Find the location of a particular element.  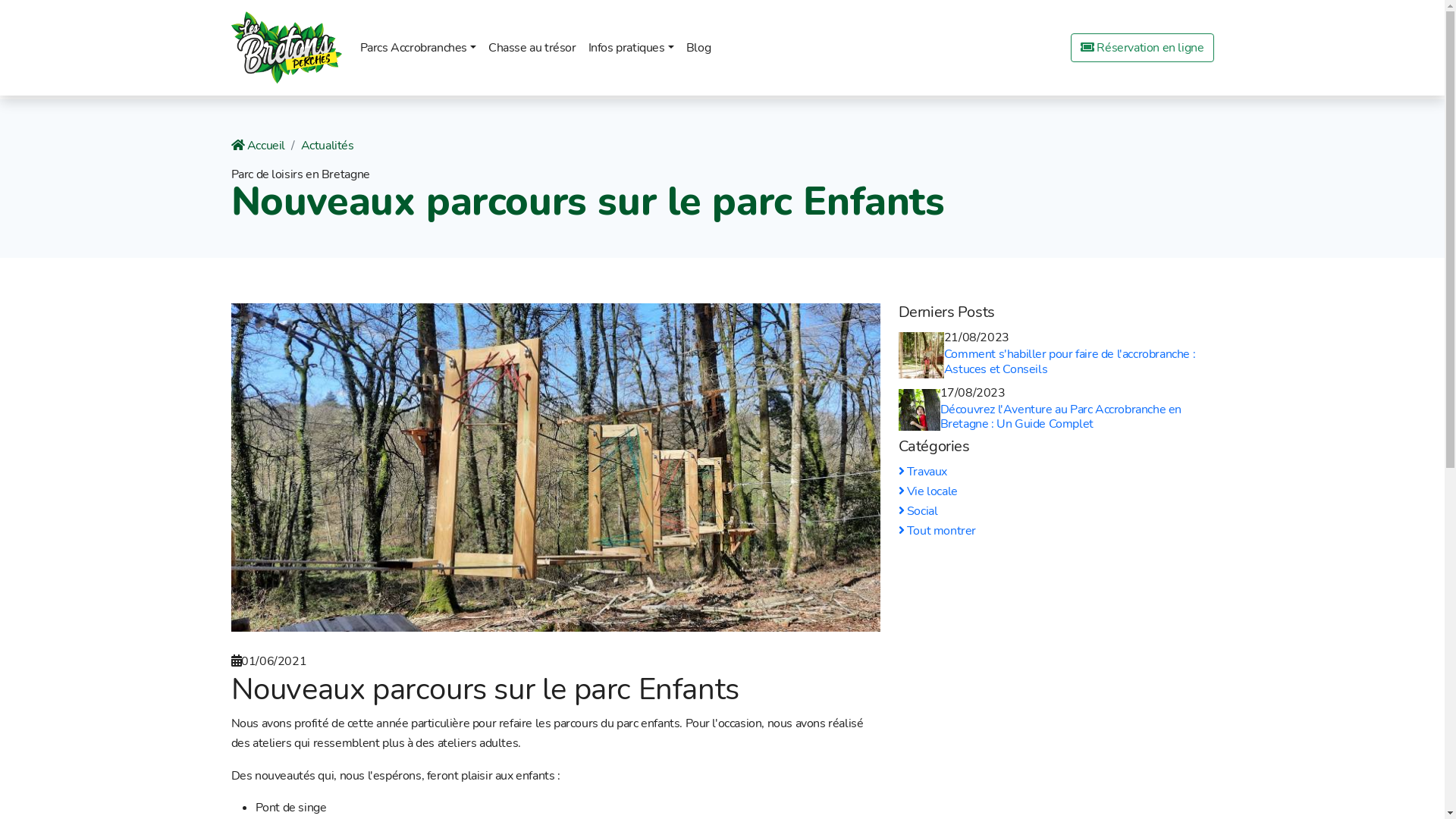

'Social' is located at coordinates (916, 511).